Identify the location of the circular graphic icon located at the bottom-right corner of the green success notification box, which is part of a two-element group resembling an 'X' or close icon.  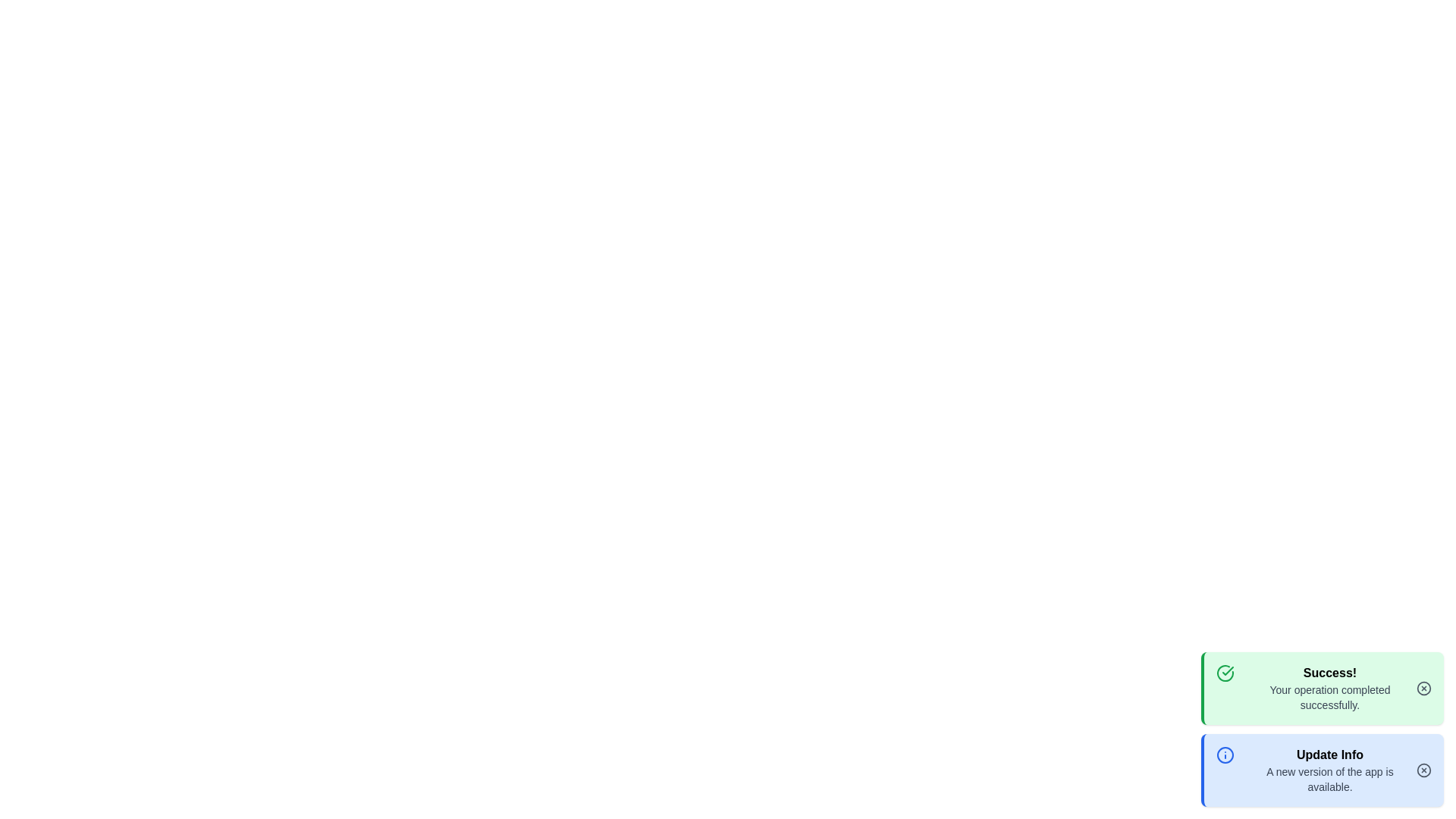
(1423, 688).